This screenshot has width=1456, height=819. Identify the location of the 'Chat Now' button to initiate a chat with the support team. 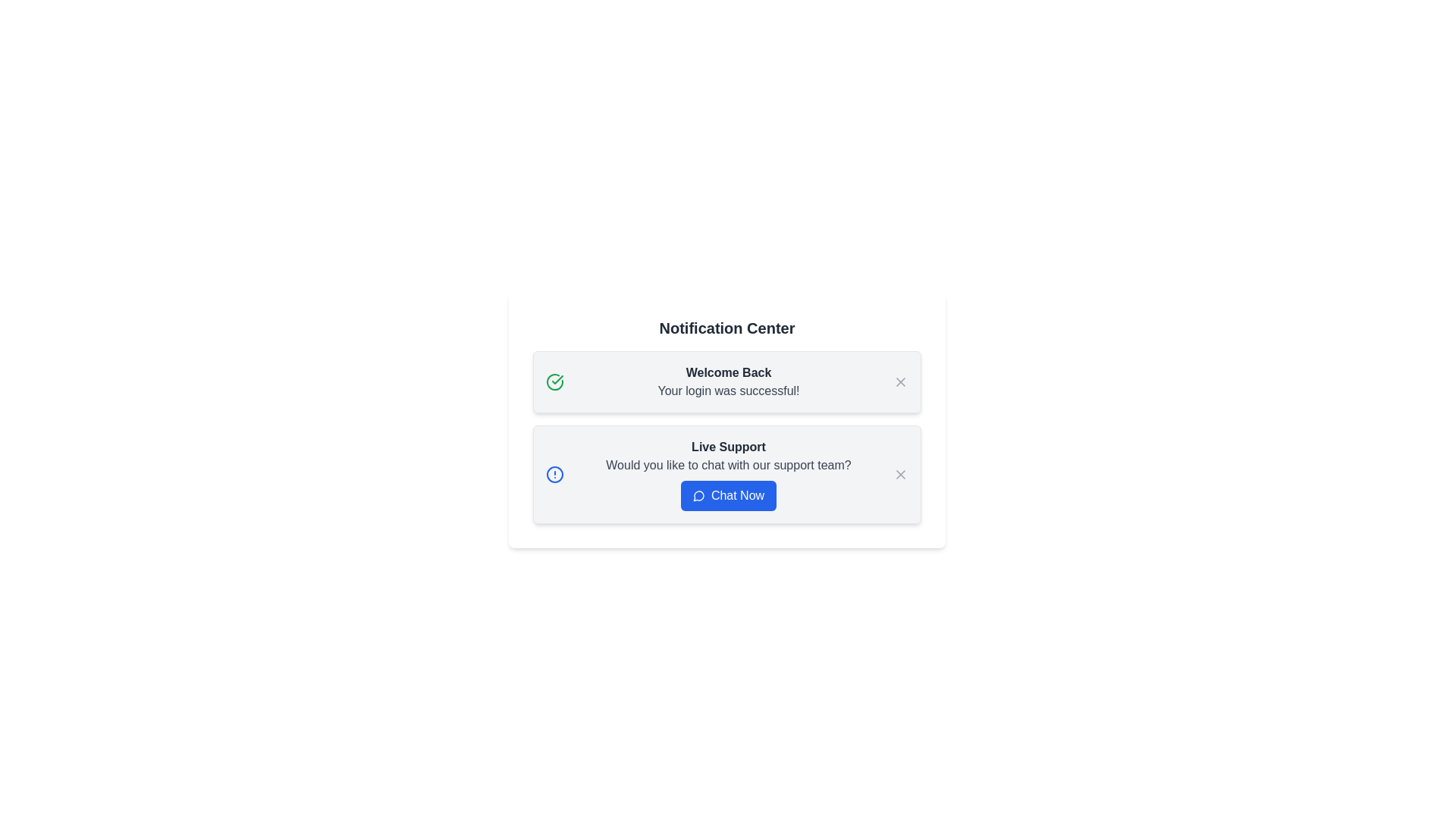
(728, 496).